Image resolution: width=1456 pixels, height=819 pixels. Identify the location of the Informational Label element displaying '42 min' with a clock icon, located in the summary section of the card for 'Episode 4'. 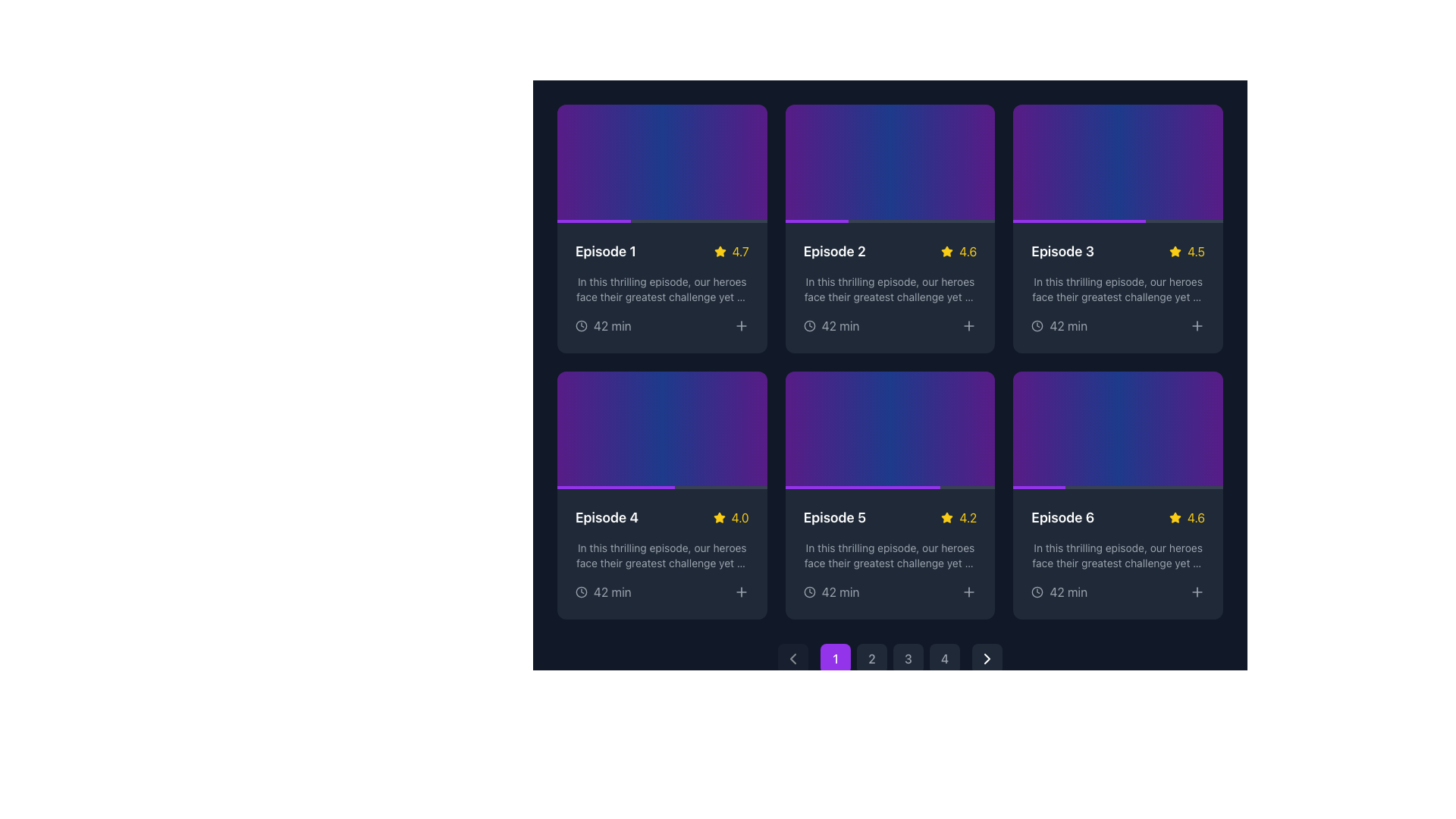
(602, 591).